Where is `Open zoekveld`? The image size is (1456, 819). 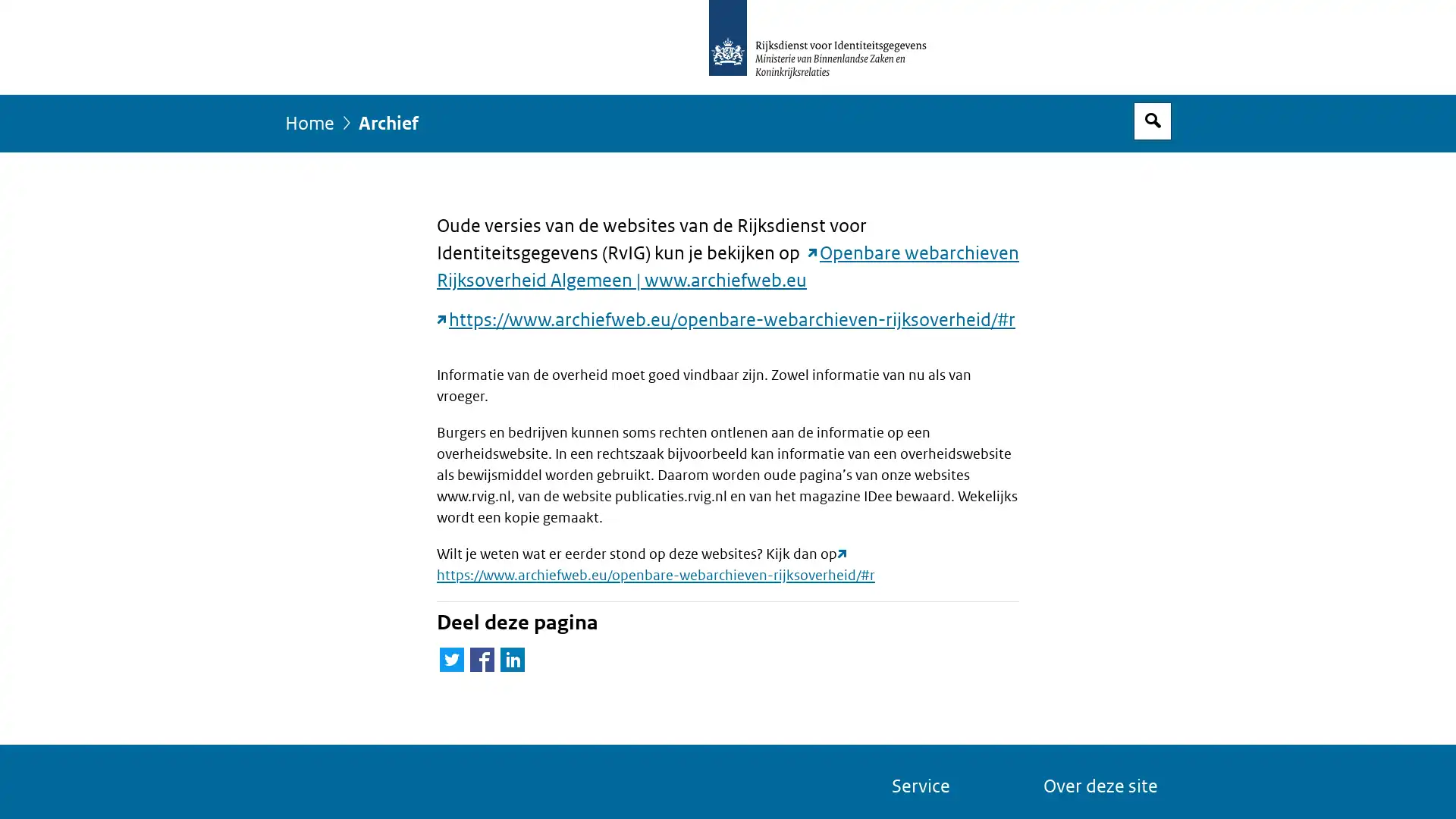
Open zoekveld is located at coordinates (1153, 120).